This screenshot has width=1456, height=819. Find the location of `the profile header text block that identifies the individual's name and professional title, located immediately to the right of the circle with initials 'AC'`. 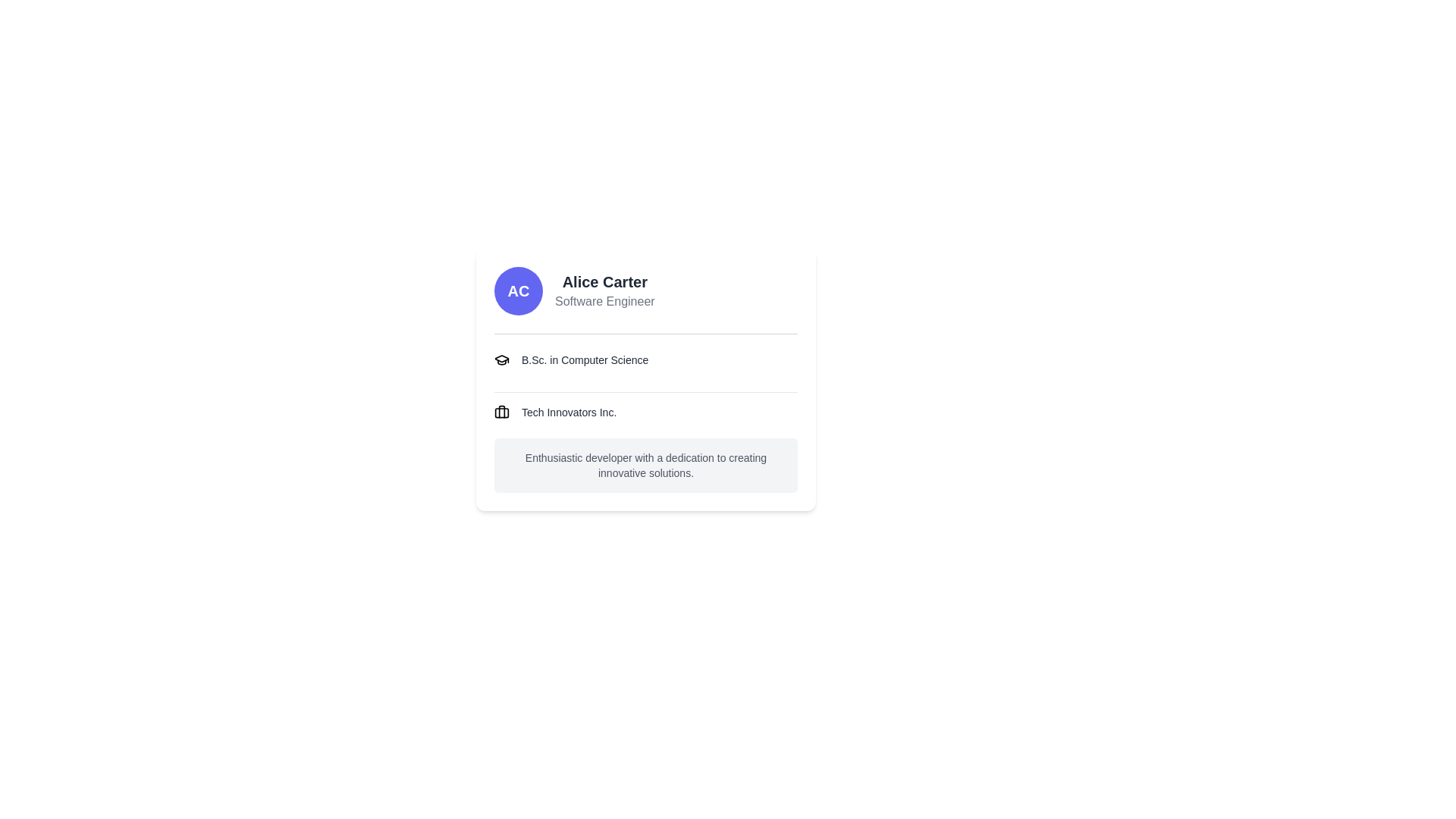

the profile header text block that identifies the individual's name and professional title, located immediately to the right of the circle with initials 'AC' is located at coordinates (604, 291).